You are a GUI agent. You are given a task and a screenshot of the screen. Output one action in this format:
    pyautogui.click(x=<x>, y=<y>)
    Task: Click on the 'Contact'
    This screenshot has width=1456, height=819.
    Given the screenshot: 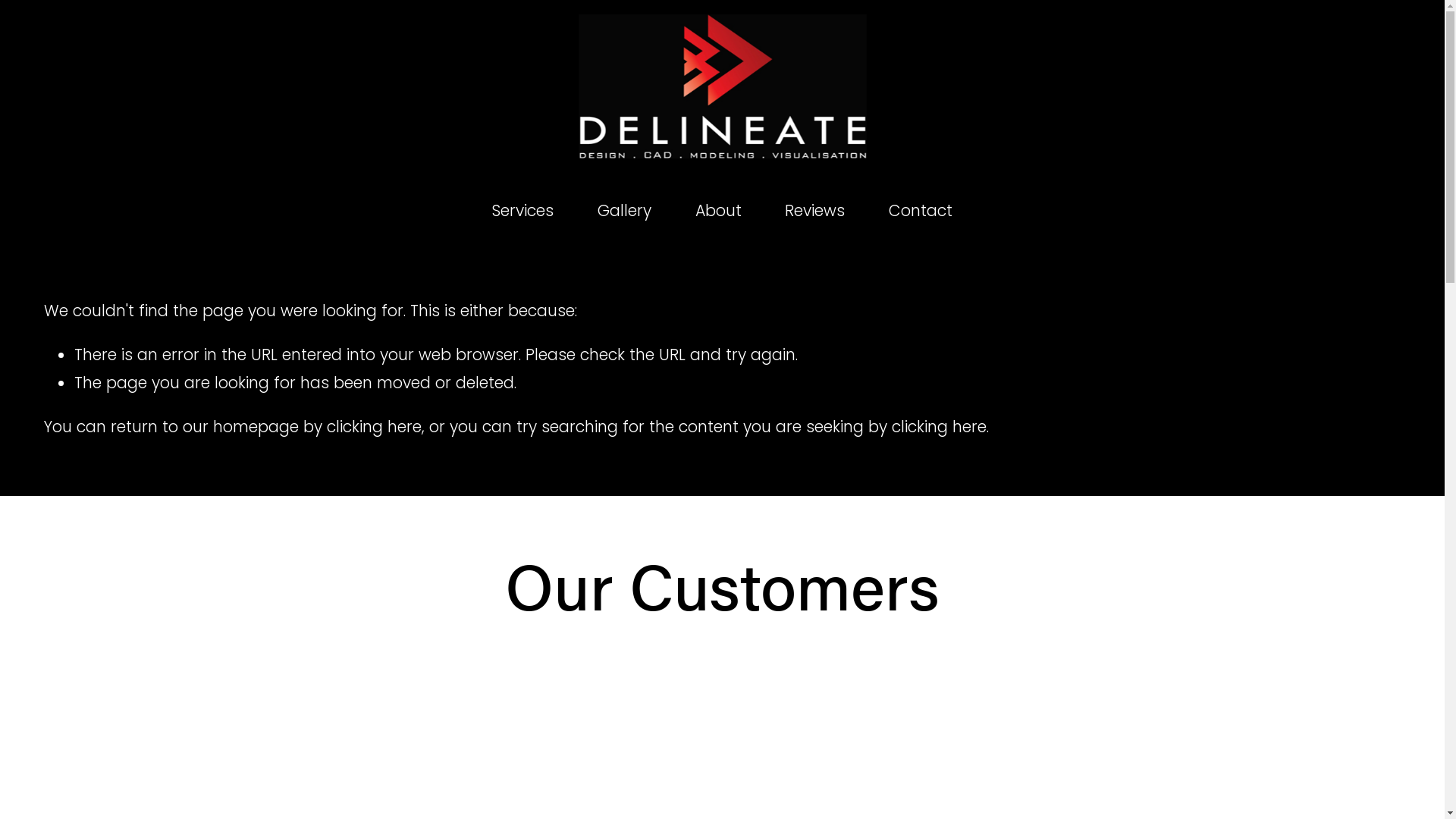 What is the action you would take?
    pyautogui.click(x=920, y=210)
    